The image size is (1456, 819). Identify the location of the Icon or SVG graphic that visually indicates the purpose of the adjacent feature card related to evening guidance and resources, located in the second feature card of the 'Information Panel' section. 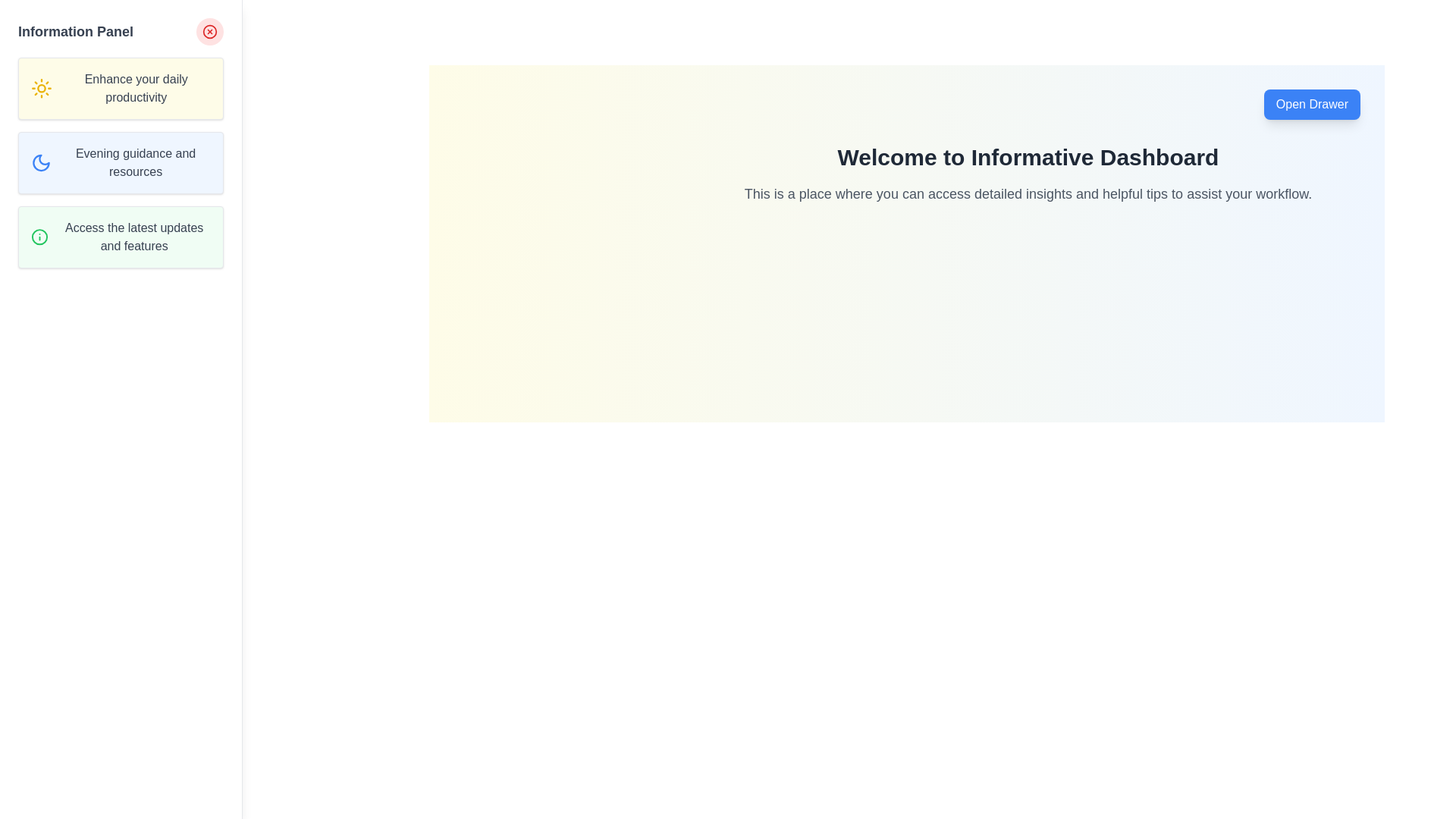
(41, 163).